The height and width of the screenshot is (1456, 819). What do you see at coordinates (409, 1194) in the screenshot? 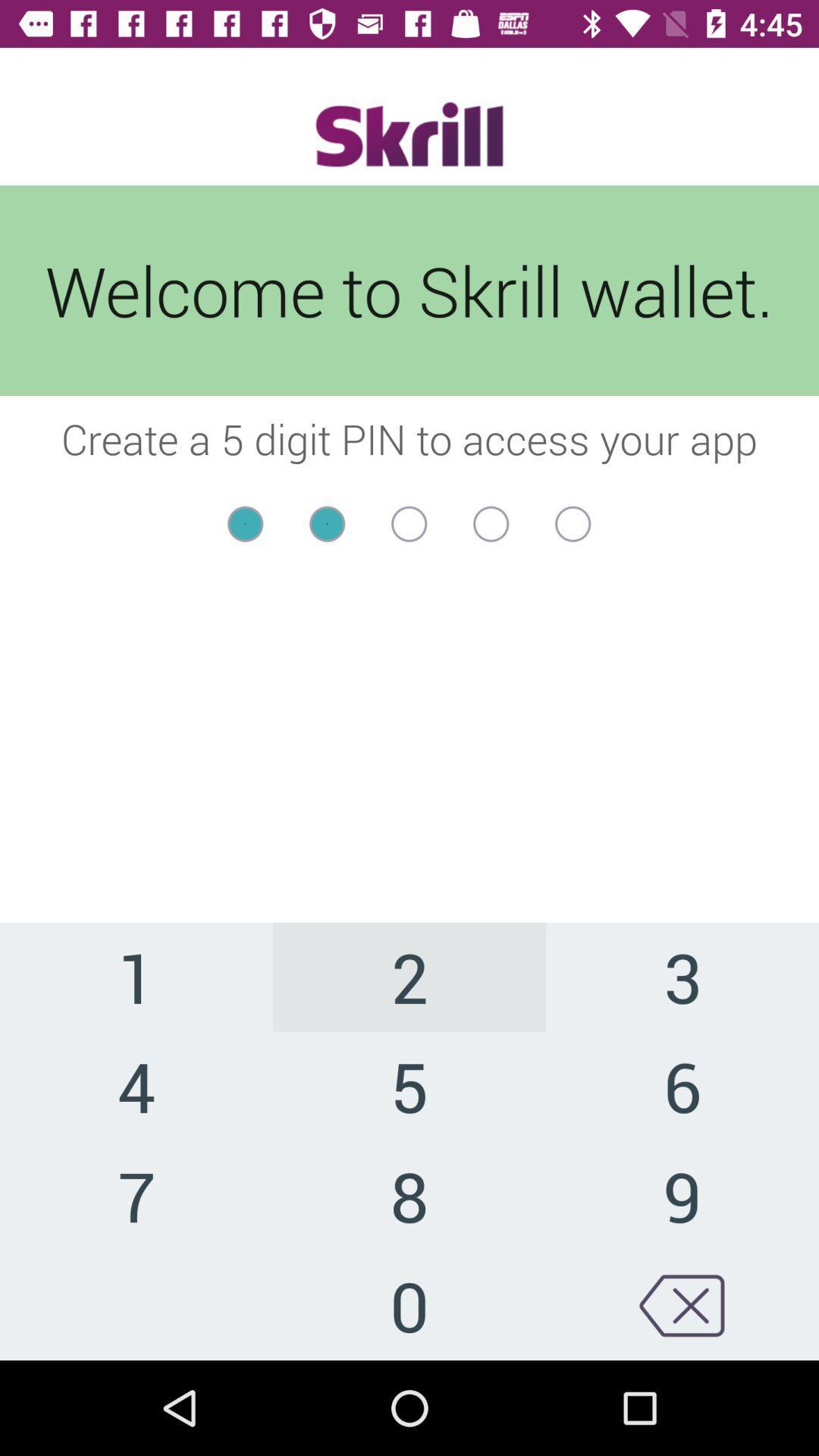
I see `the item next to 4 icon` at bounding box center [409, 1194].